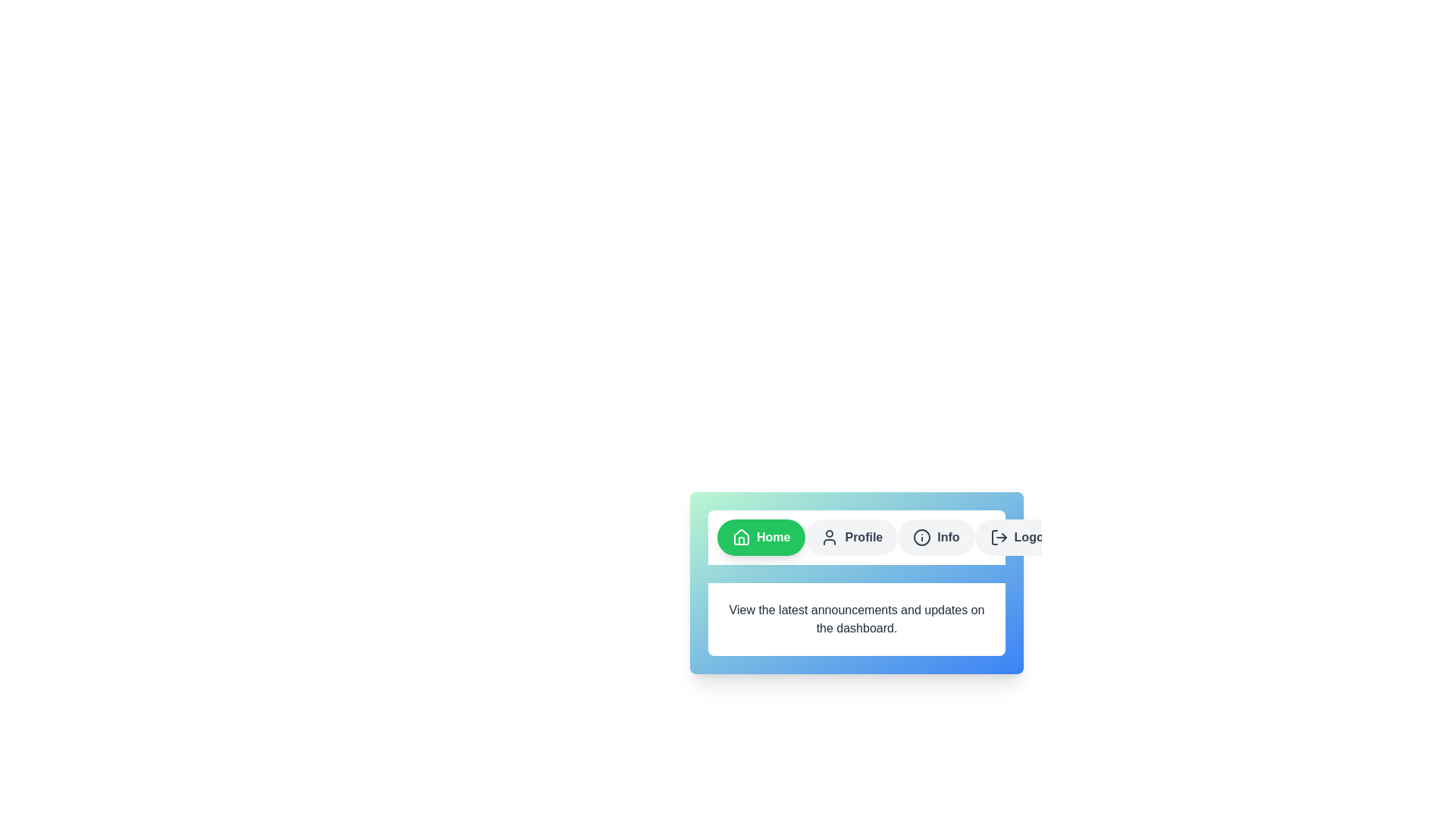  I want to click on the 'Info' text label located to the right of the information icon within the navigation area, so click(947, 537).